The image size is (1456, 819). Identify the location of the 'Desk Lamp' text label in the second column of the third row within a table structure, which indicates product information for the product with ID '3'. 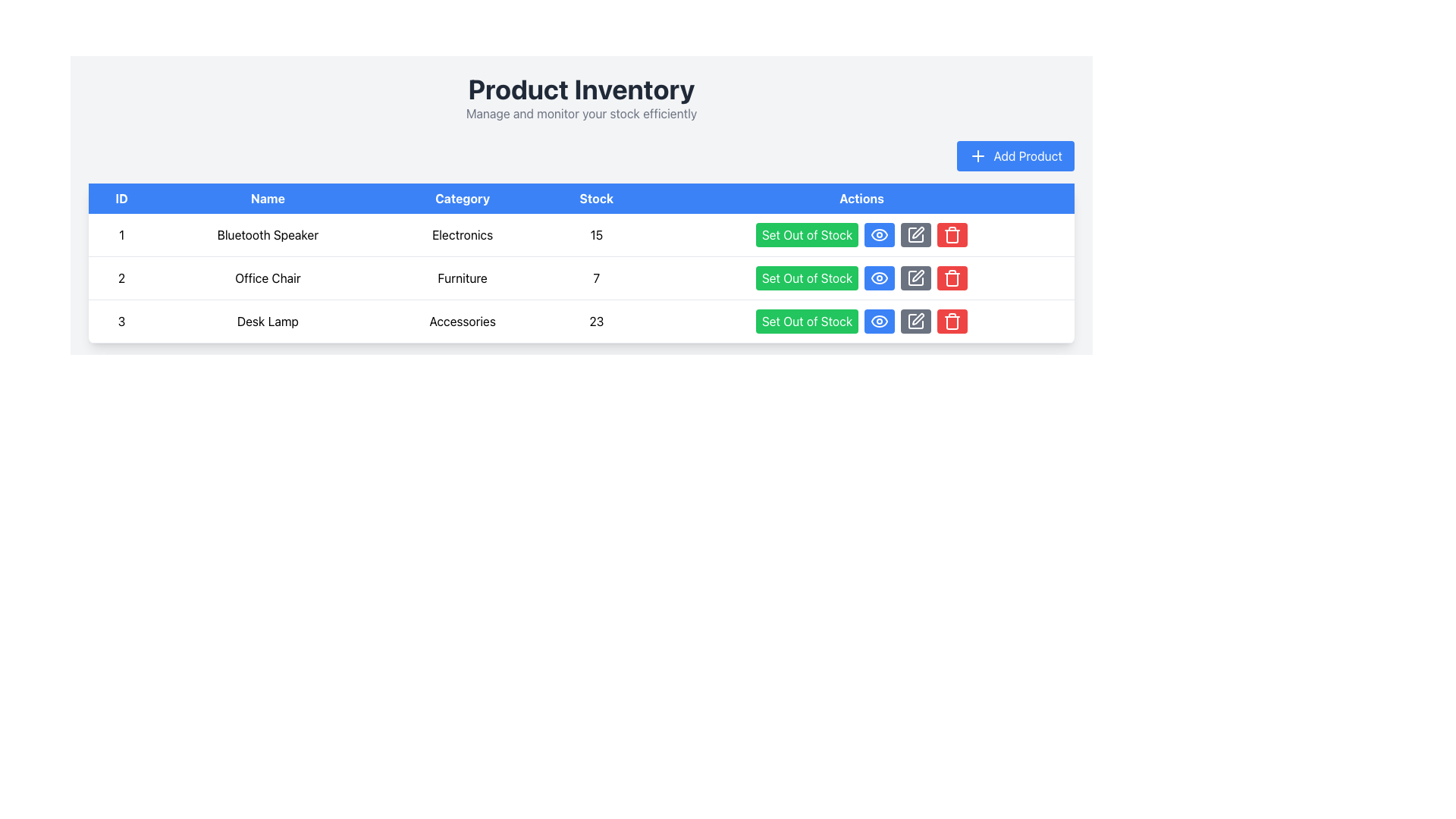
(268, 321).